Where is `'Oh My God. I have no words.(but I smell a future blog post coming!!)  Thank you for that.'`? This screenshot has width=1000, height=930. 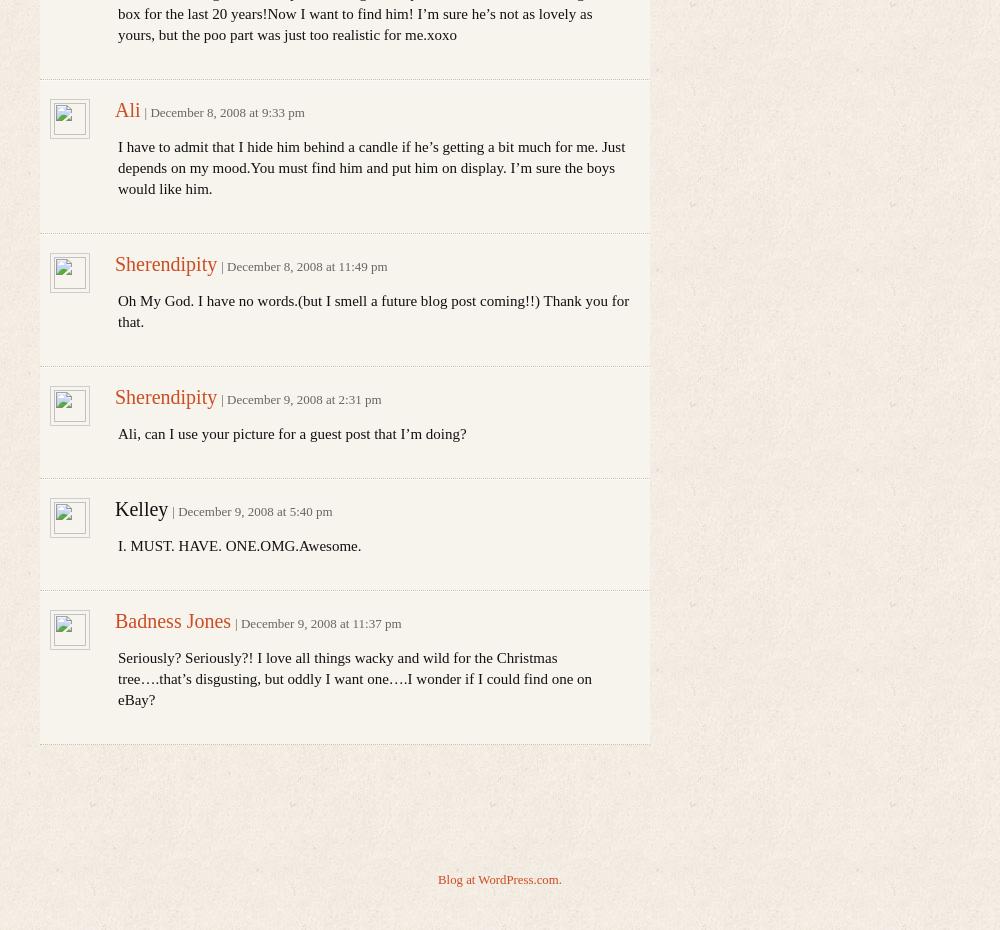
'Oh My God. I have no words.(but I smell a future blog post coming!!)  Thank you for that.' is located at coordinates (117, 310).